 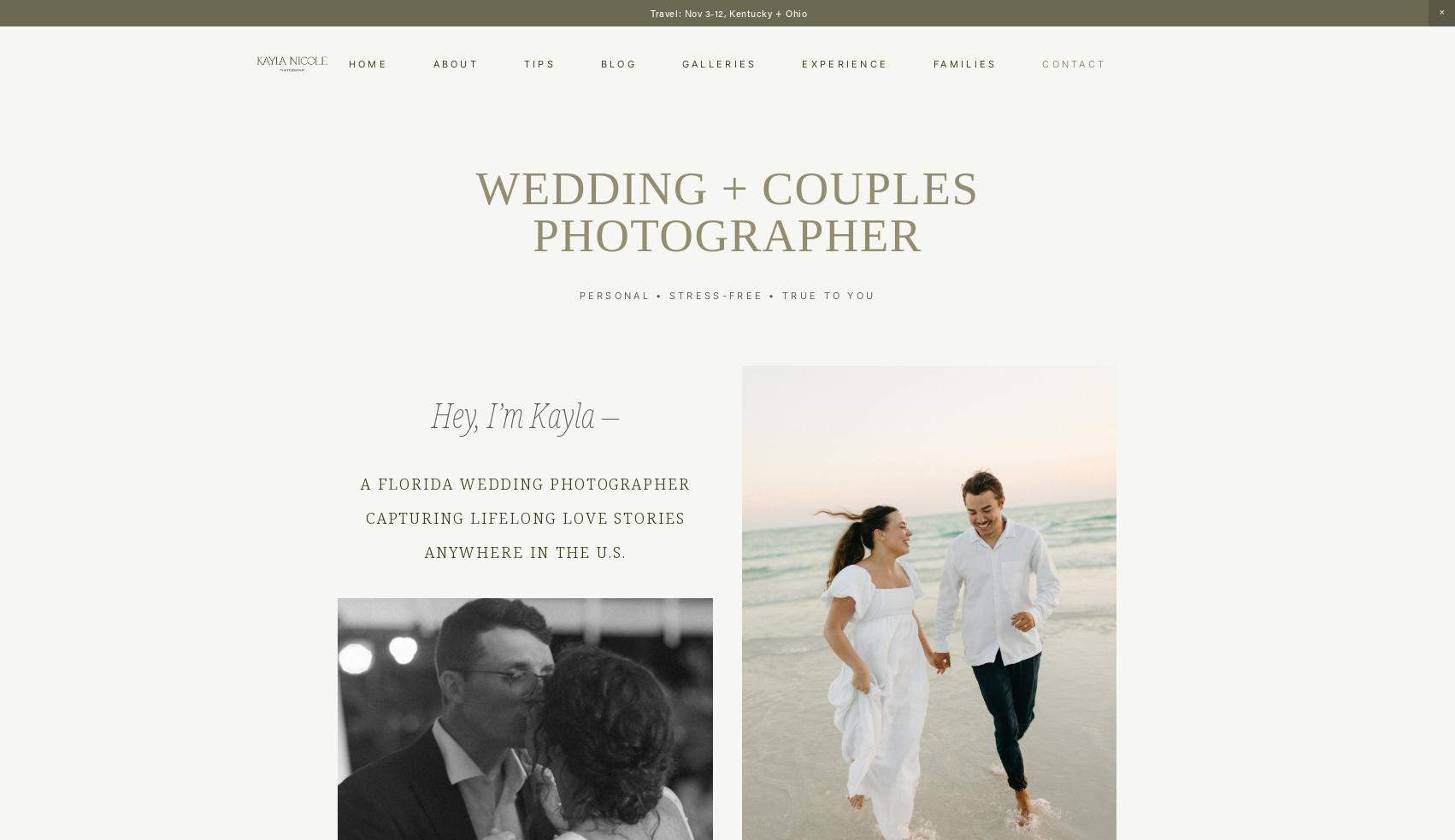 What do you see at coordinates (963, 62) in the screenshot?
I see `'Families'` at bounding box center [963, 62].